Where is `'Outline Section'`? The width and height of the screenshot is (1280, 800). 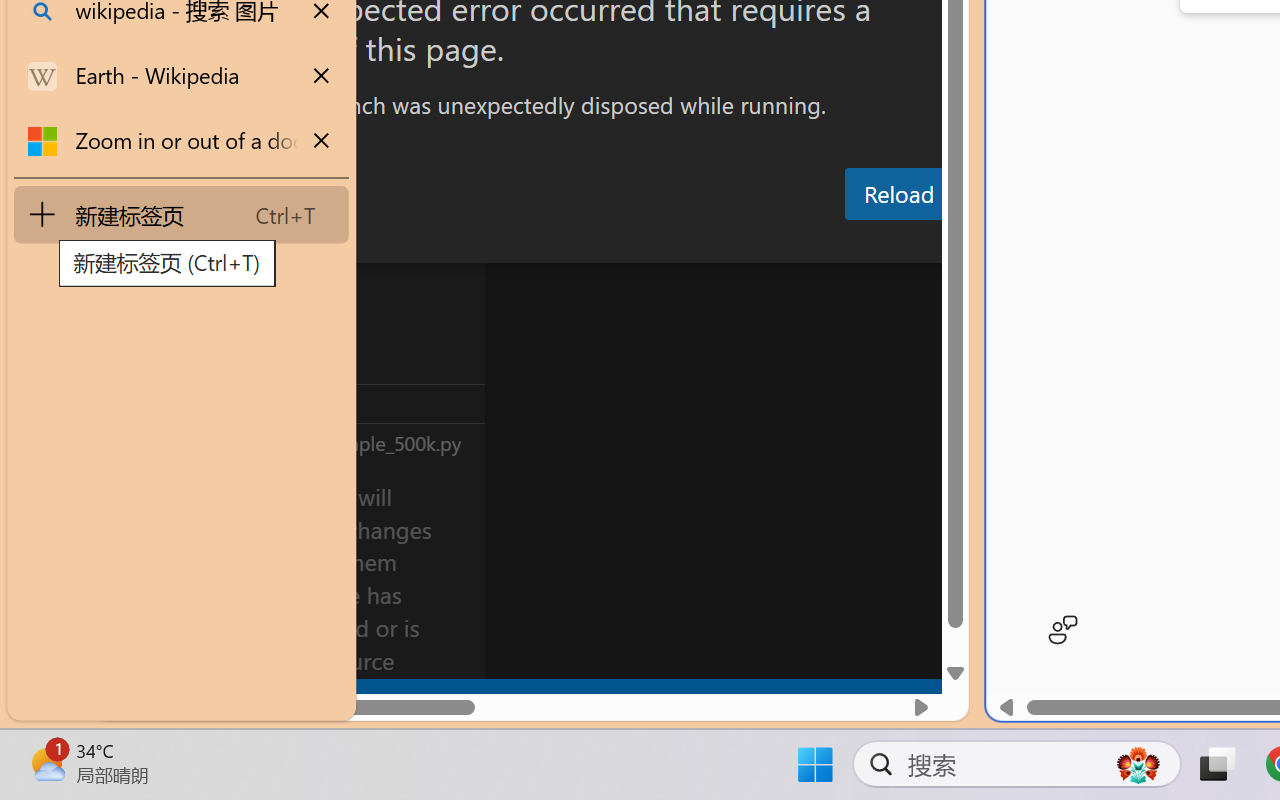 'Outline Section' is located at coordinates (331, 403).